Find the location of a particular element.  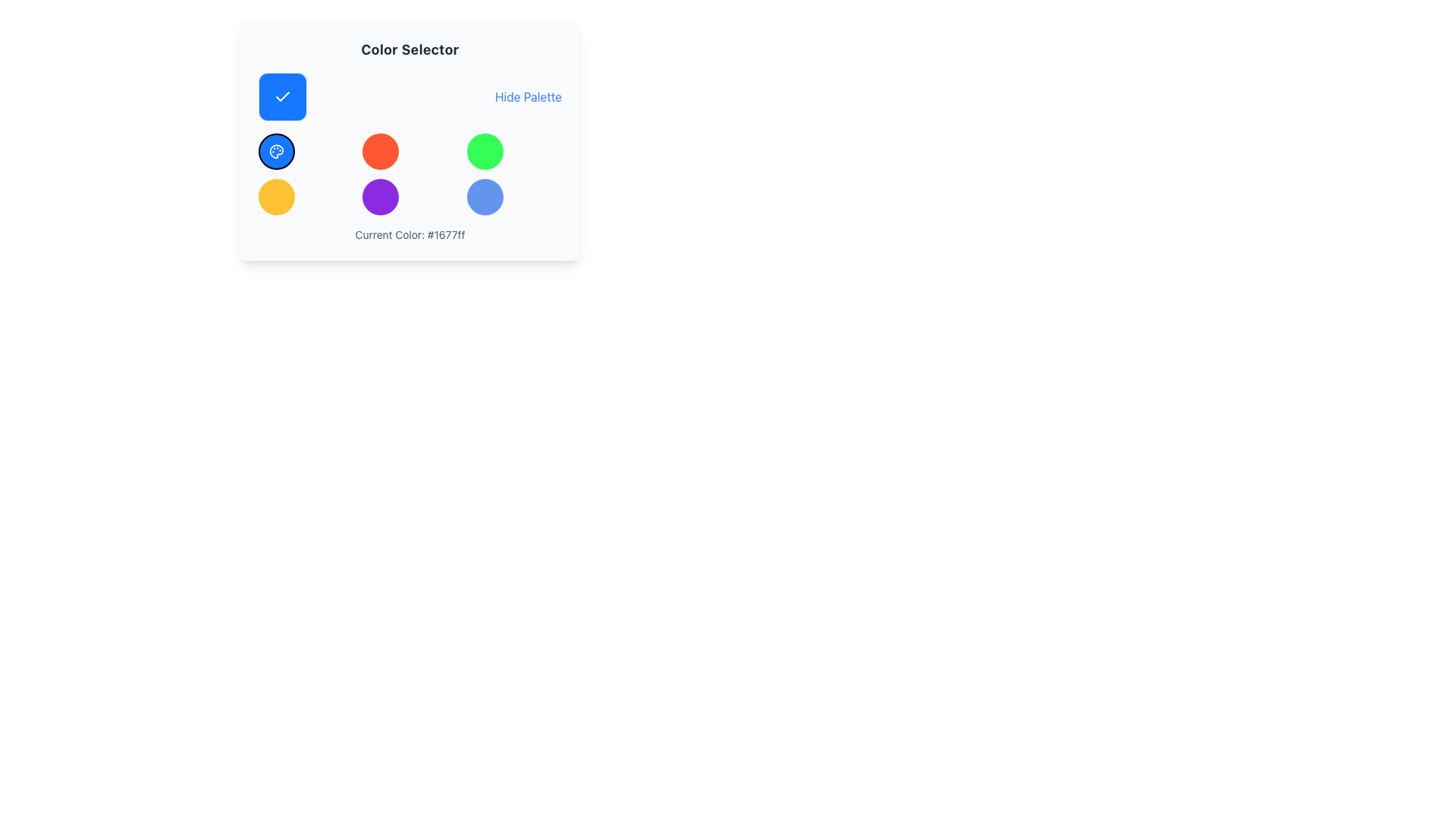

the Text Label that serves as a section title for the color selection panel, located at the top of the panel with a white background and rounded corners is located at coordinates (410, 49).